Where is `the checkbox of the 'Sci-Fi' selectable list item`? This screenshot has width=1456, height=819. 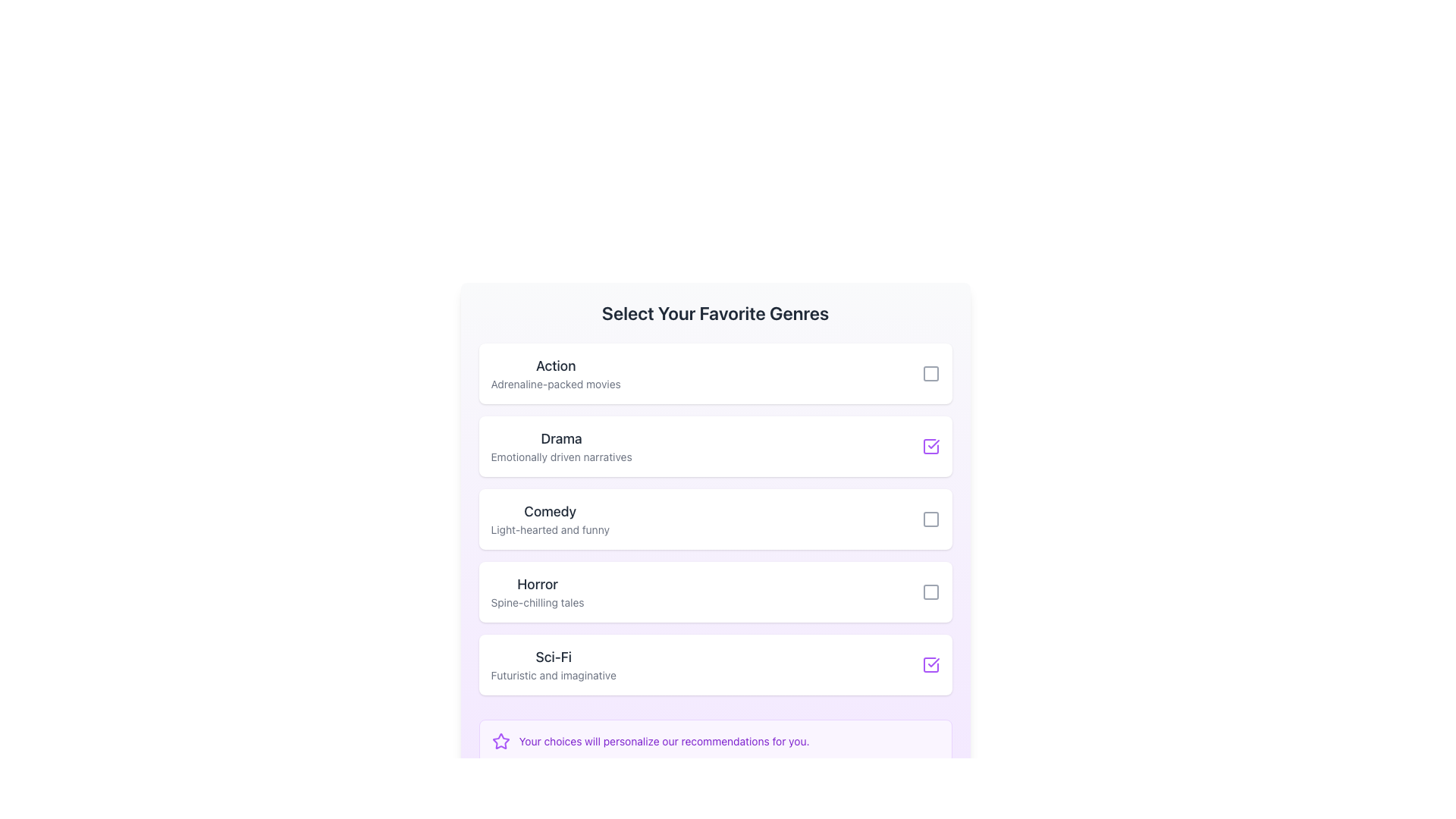
the checkbox of the 'Sci-Fi' selectable list item is located at coordinates (714, 664).